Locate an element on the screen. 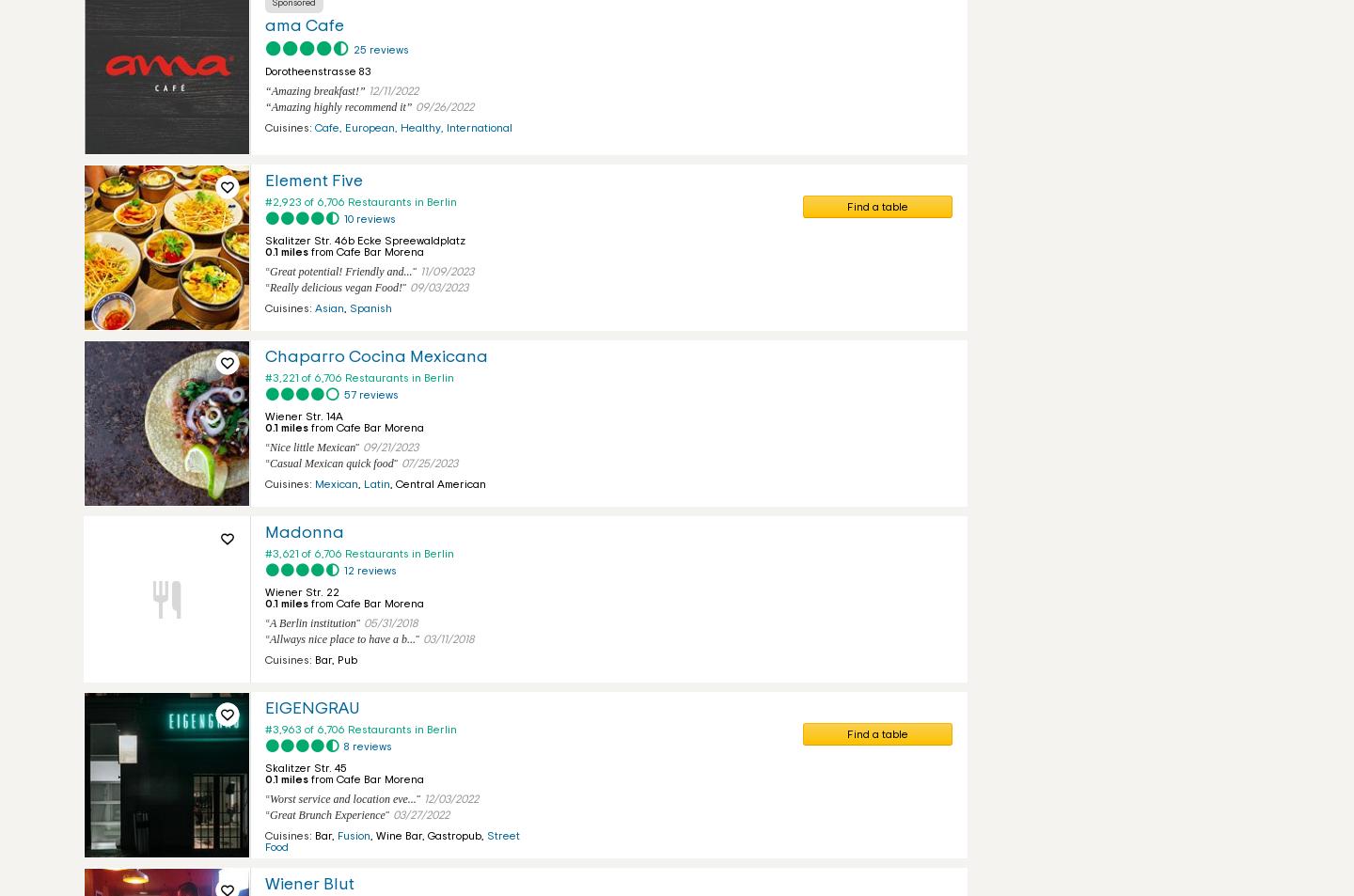  '09/26/2022' is located at coordinates (444, 105).